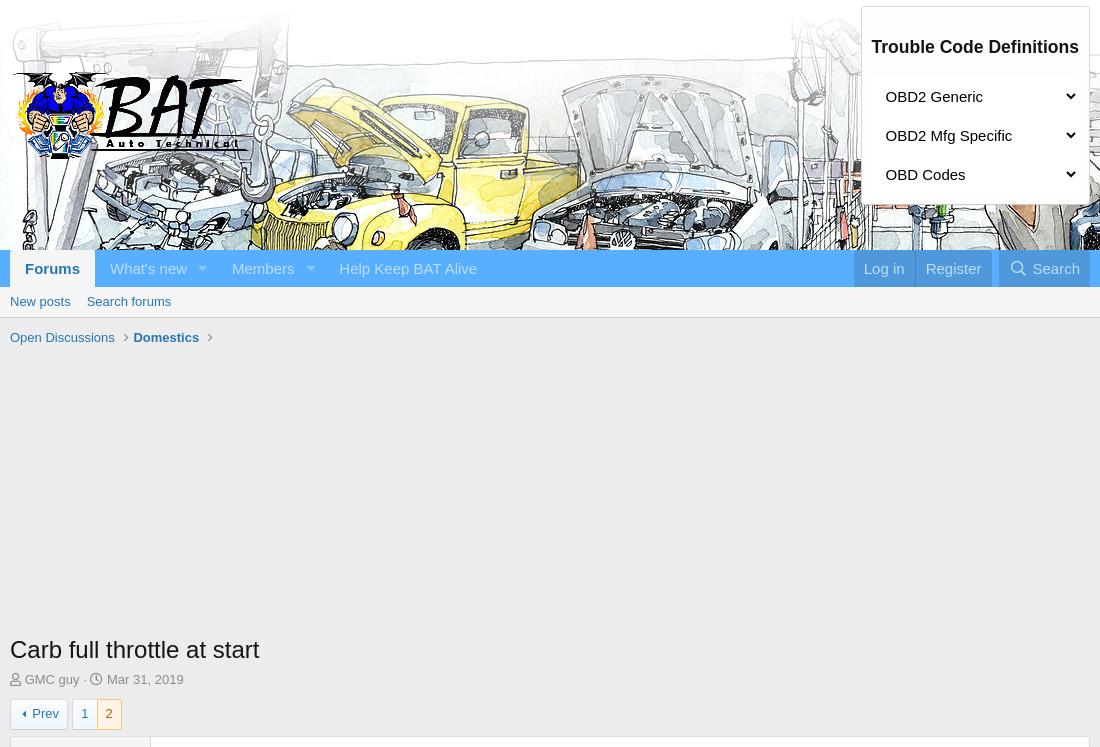 This screenshot has height=747, width=1100. What do you see at coordinates (50, 679) in the screenshot?
I see `'GMC guy'` at bounding box center [50, 679].